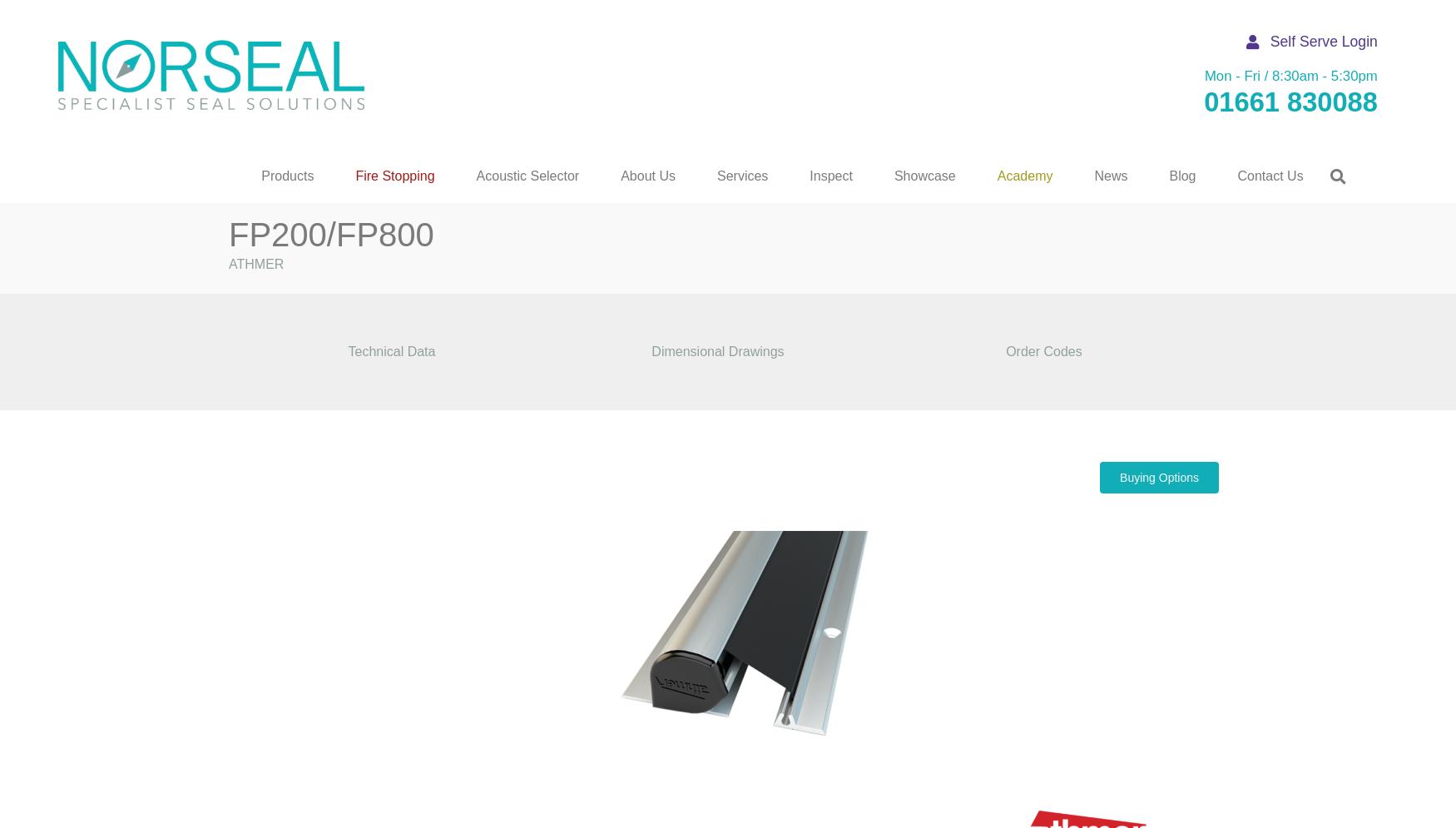 This screenshot has width=1456, height=828. I want to click on 'Acoustic Seals', so click(604, 357).